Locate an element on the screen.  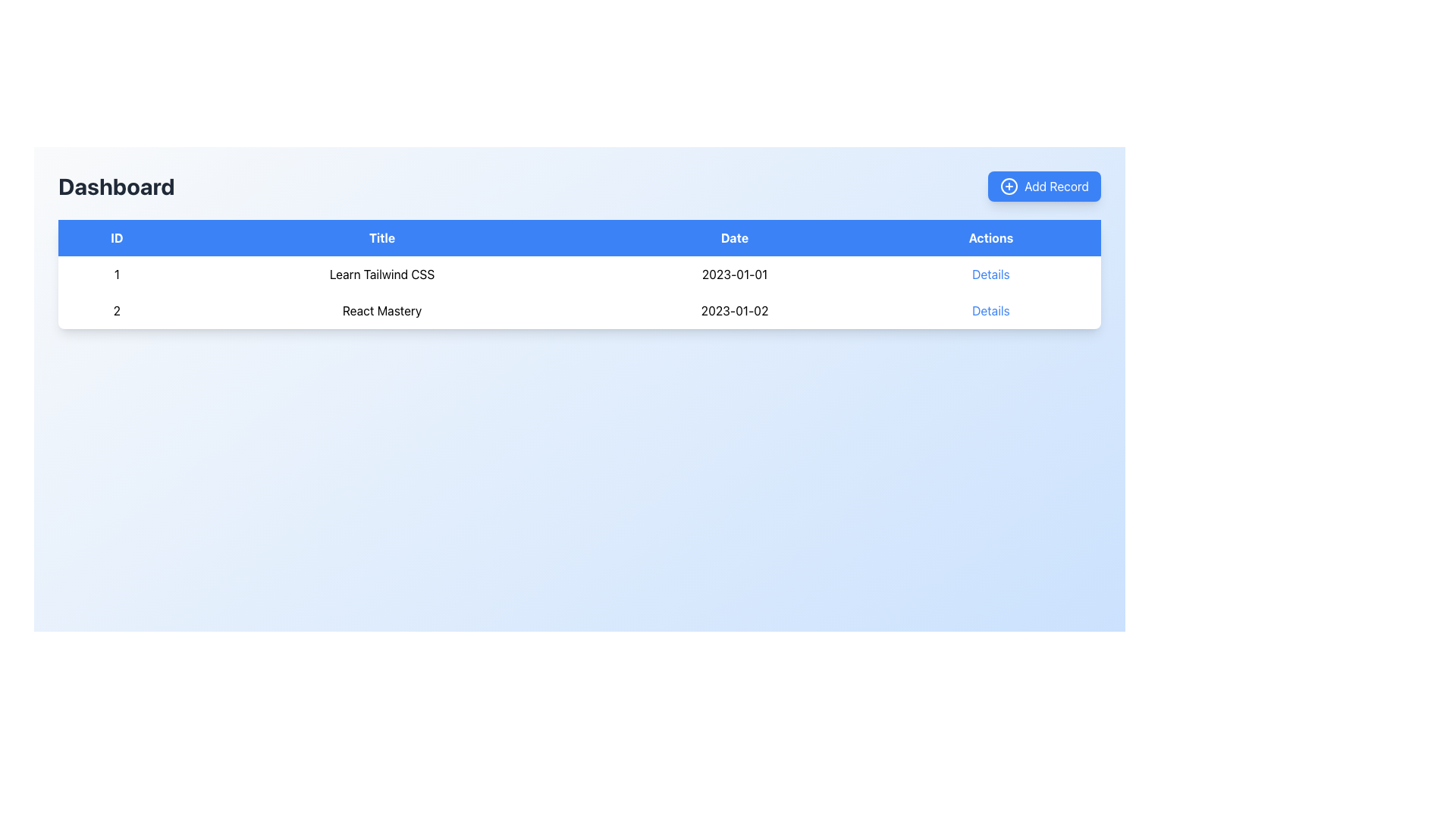
the circular component of the 'Add Record' button located in the upper right corner of the layout is located at coordinates (1009, 186).